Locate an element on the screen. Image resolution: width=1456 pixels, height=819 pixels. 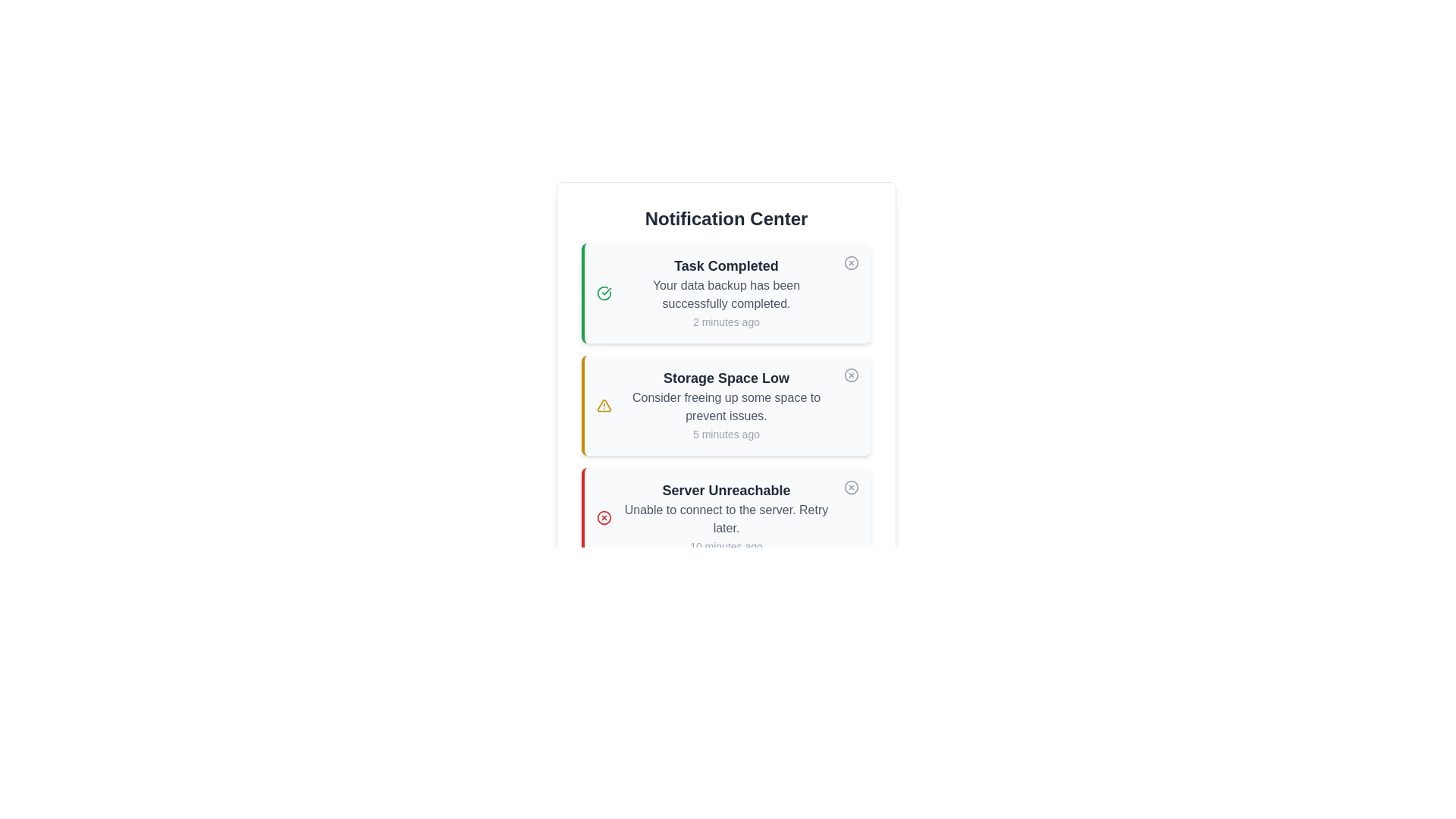
the circular icon button with an 'X' inside, located at the top-right corner of the 'Task Completed' notification card is located at coordinates (852, 262).